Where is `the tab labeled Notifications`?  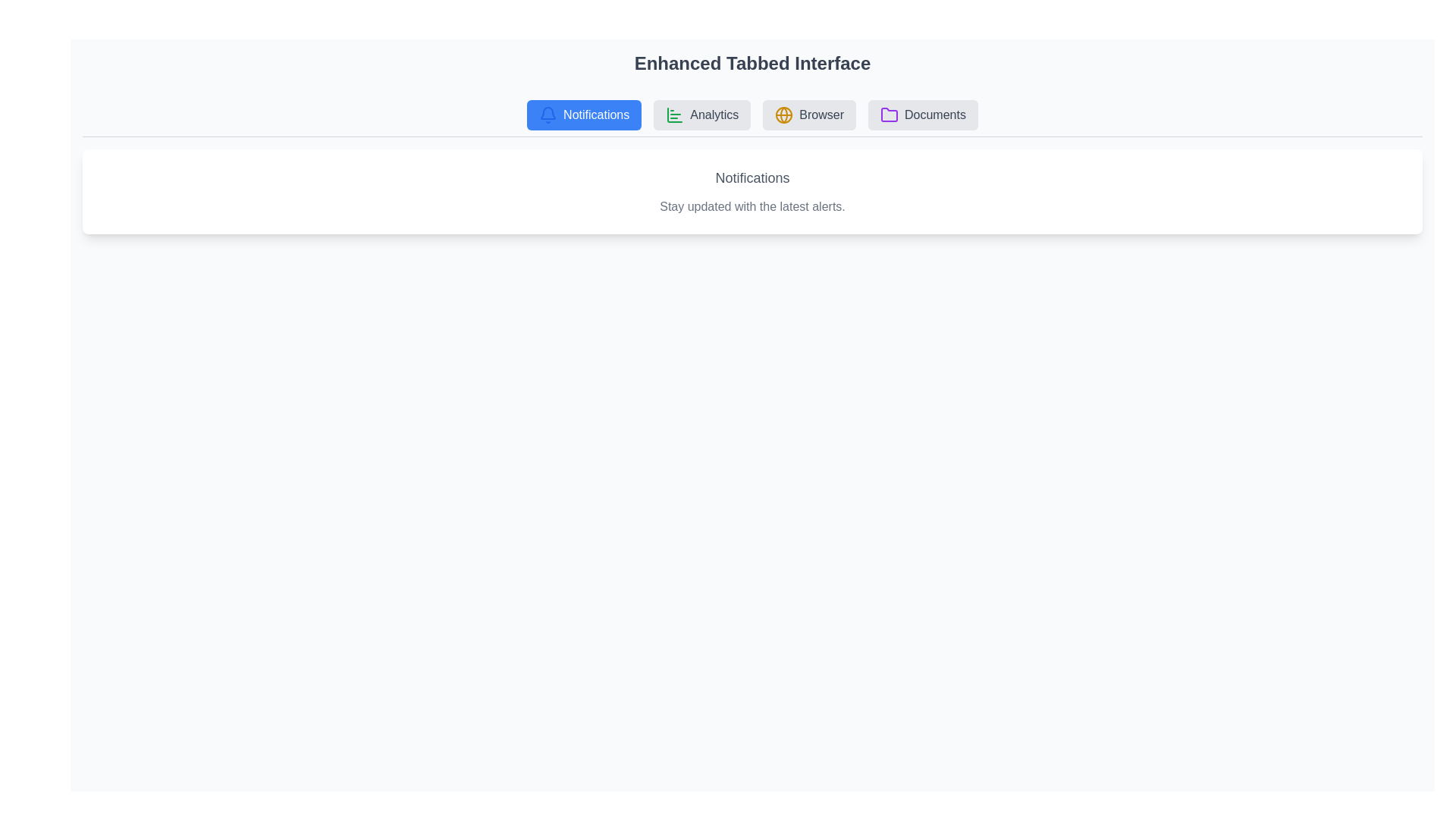 the tab labeled Notifications is located at coordinates (582, 114).